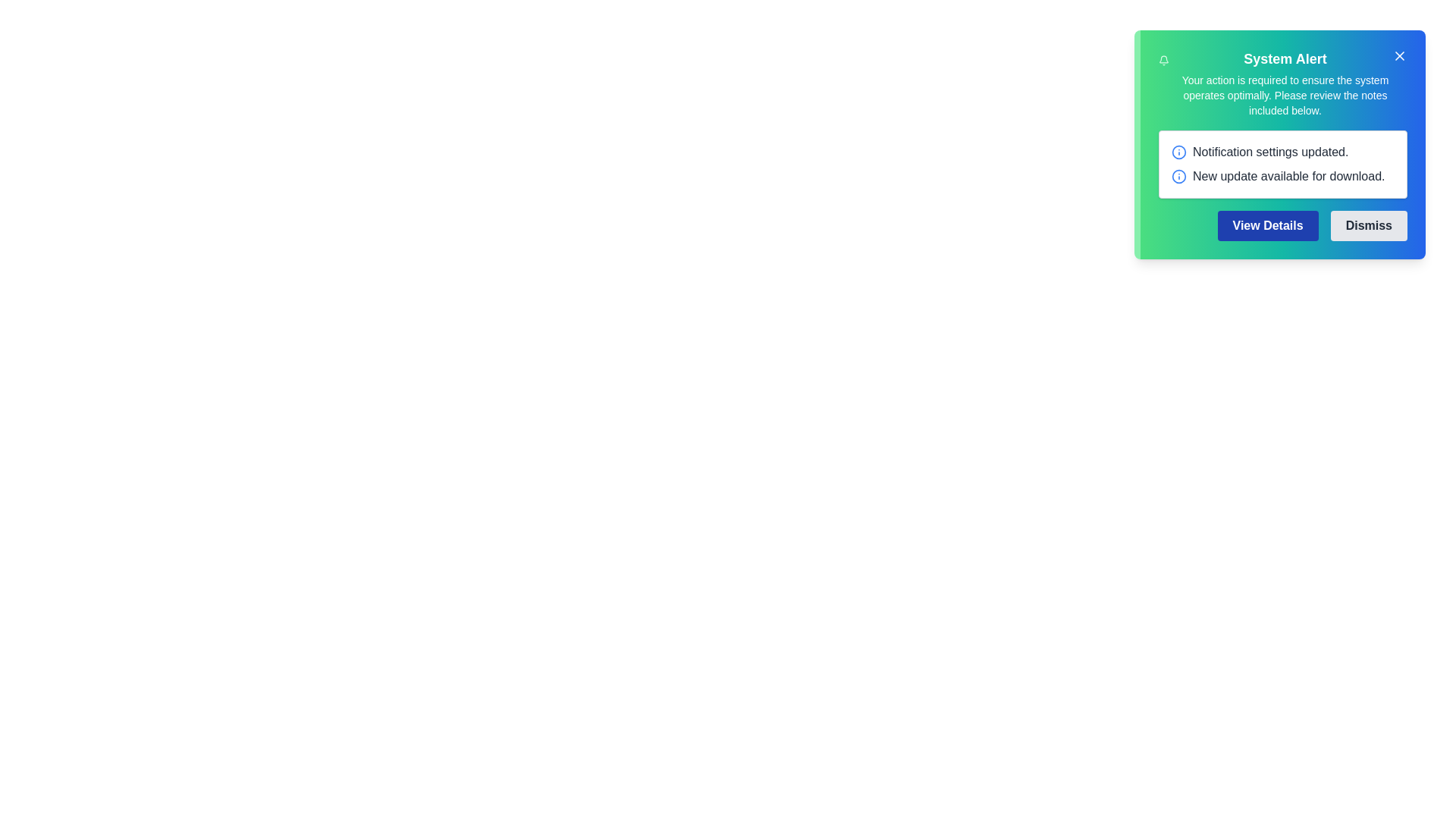  What do you see at coordinates (1282, 164) in the screenshot?
I see `the notification list to inspect updates` at bounding box center [1282, 164].